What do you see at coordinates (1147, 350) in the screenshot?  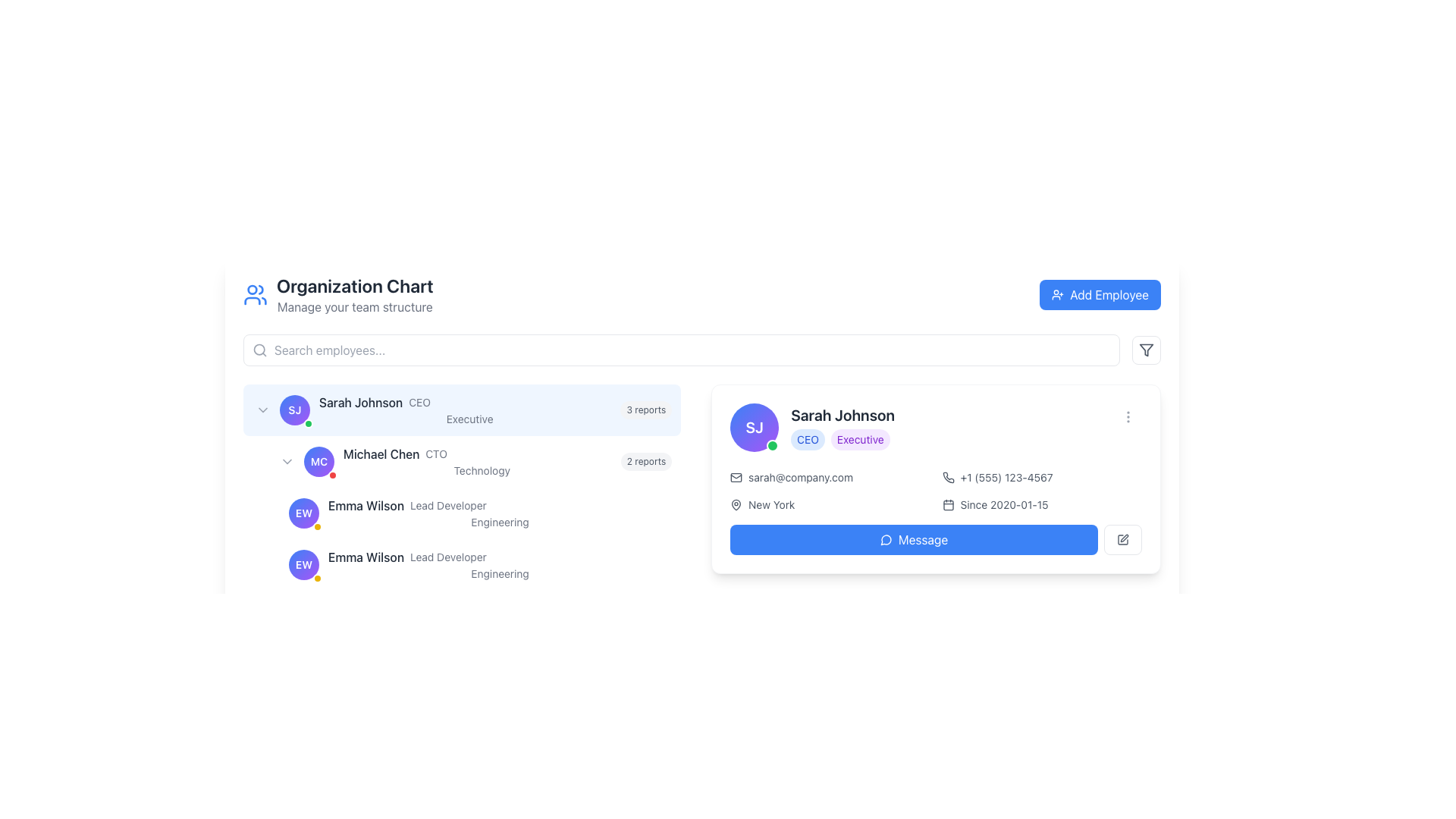 I see `the filter icon located in the header section towards the upper-right corner, adjacent to the blue 'Add Employee' button and left of the email icon` at bounding box center [1147, 350].